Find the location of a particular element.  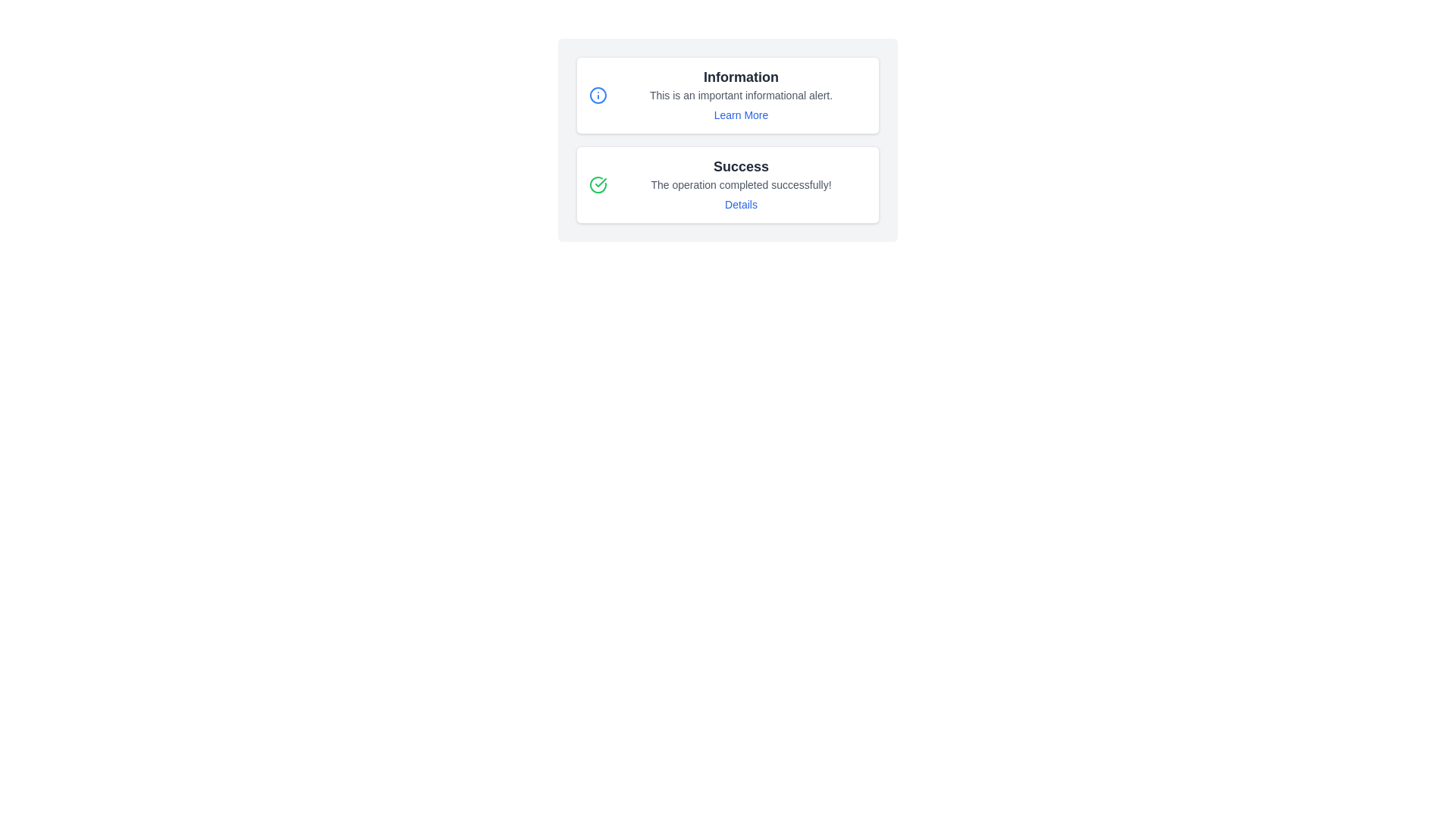

the title 'Information' displayed in a bold, large dark gray font at the top of the informational alert box is located at coordinates (741, 77).